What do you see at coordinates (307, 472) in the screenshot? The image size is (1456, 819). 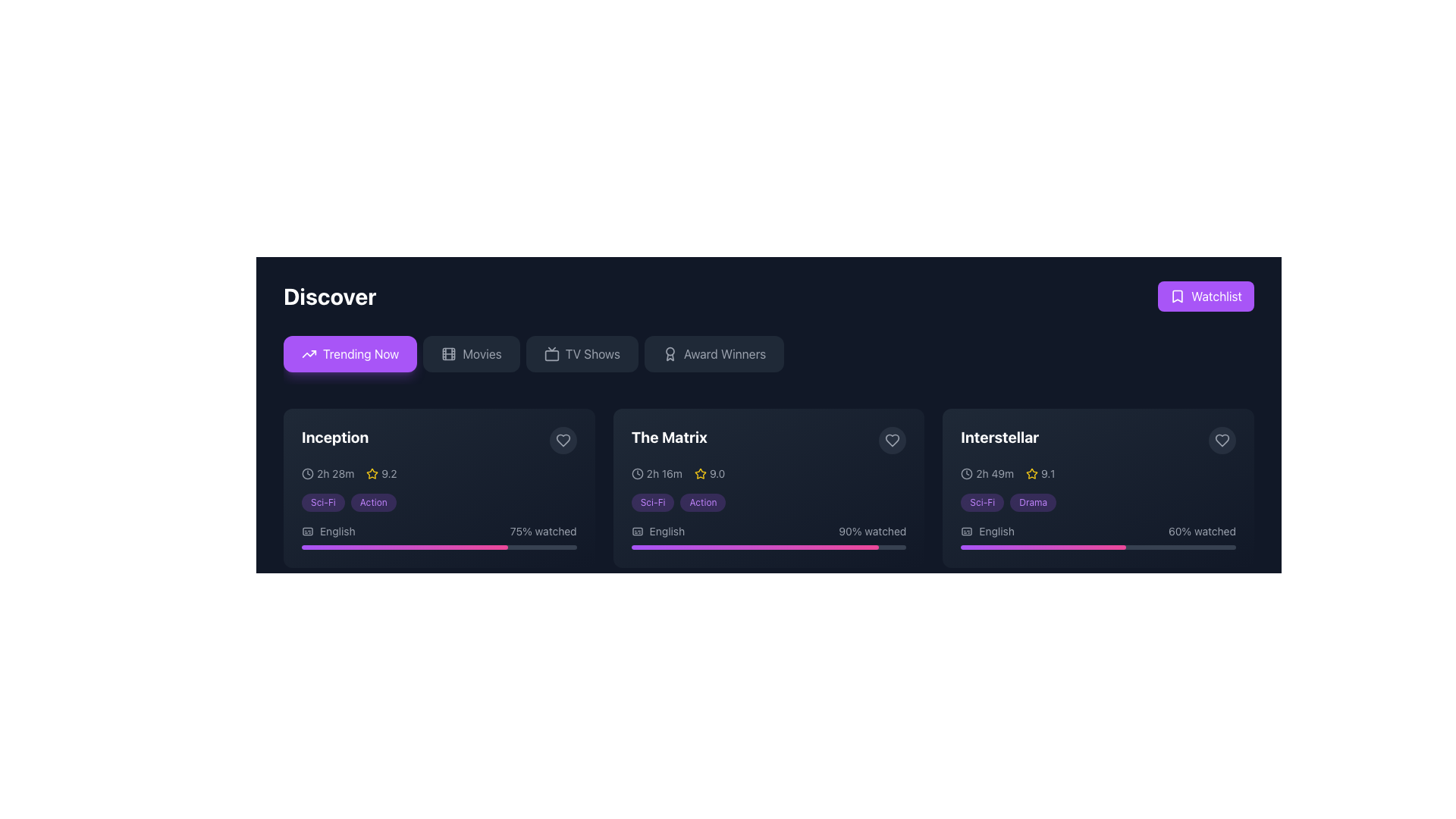 I see `the small circular clock icon located in the card for the movie 'Inception', positioned at the top-left corner beneath the movie title` at bounding box center [307, 472].